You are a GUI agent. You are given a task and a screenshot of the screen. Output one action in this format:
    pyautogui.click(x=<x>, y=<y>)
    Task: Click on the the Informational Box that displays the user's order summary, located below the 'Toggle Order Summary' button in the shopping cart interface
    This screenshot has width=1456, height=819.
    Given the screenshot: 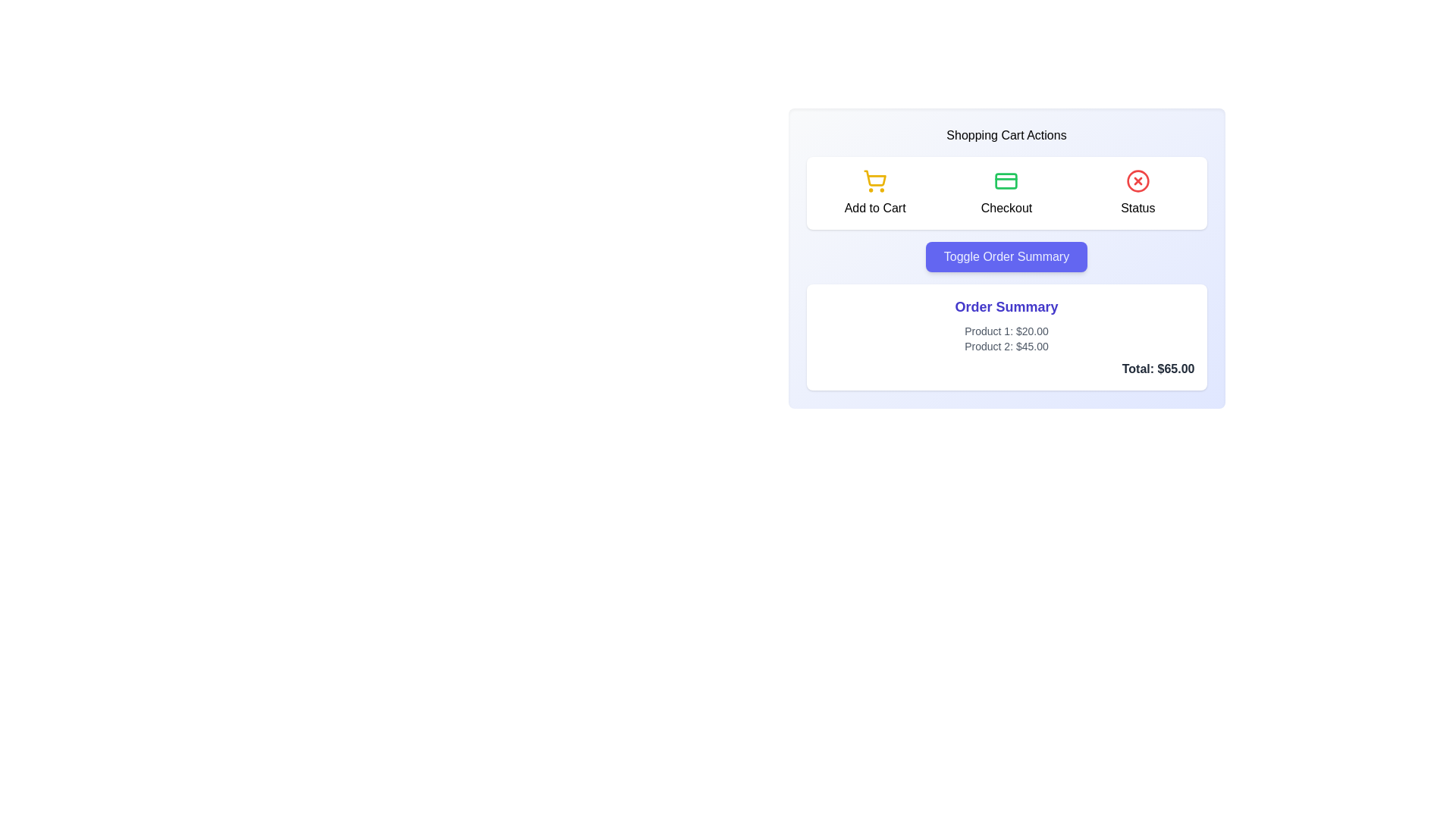 What is the action you would take?
    pyautogui.click(x=1006, y=336)
    